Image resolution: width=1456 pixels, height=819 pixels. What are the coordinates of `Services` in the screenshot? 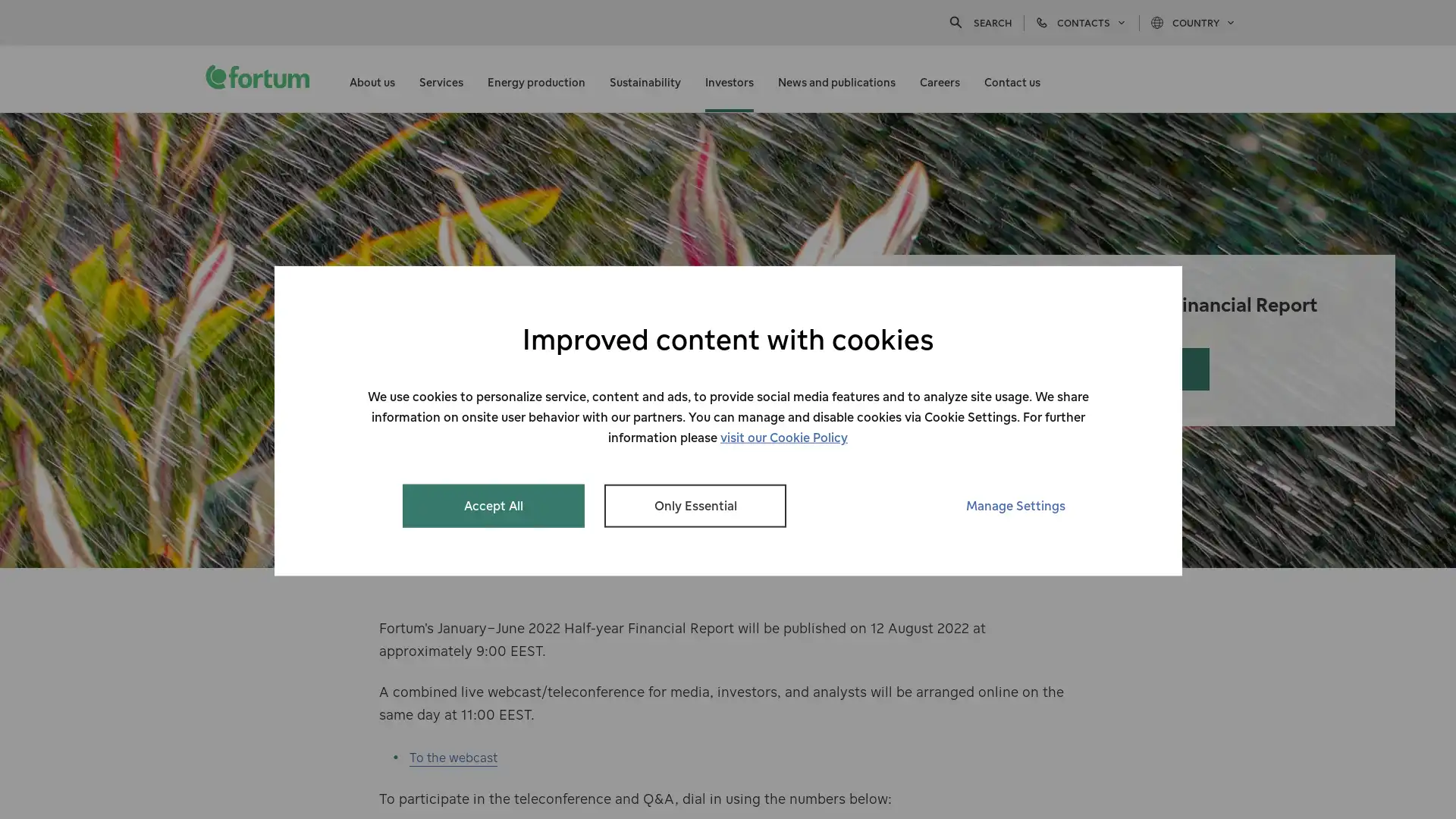 It's located at (440, 79).